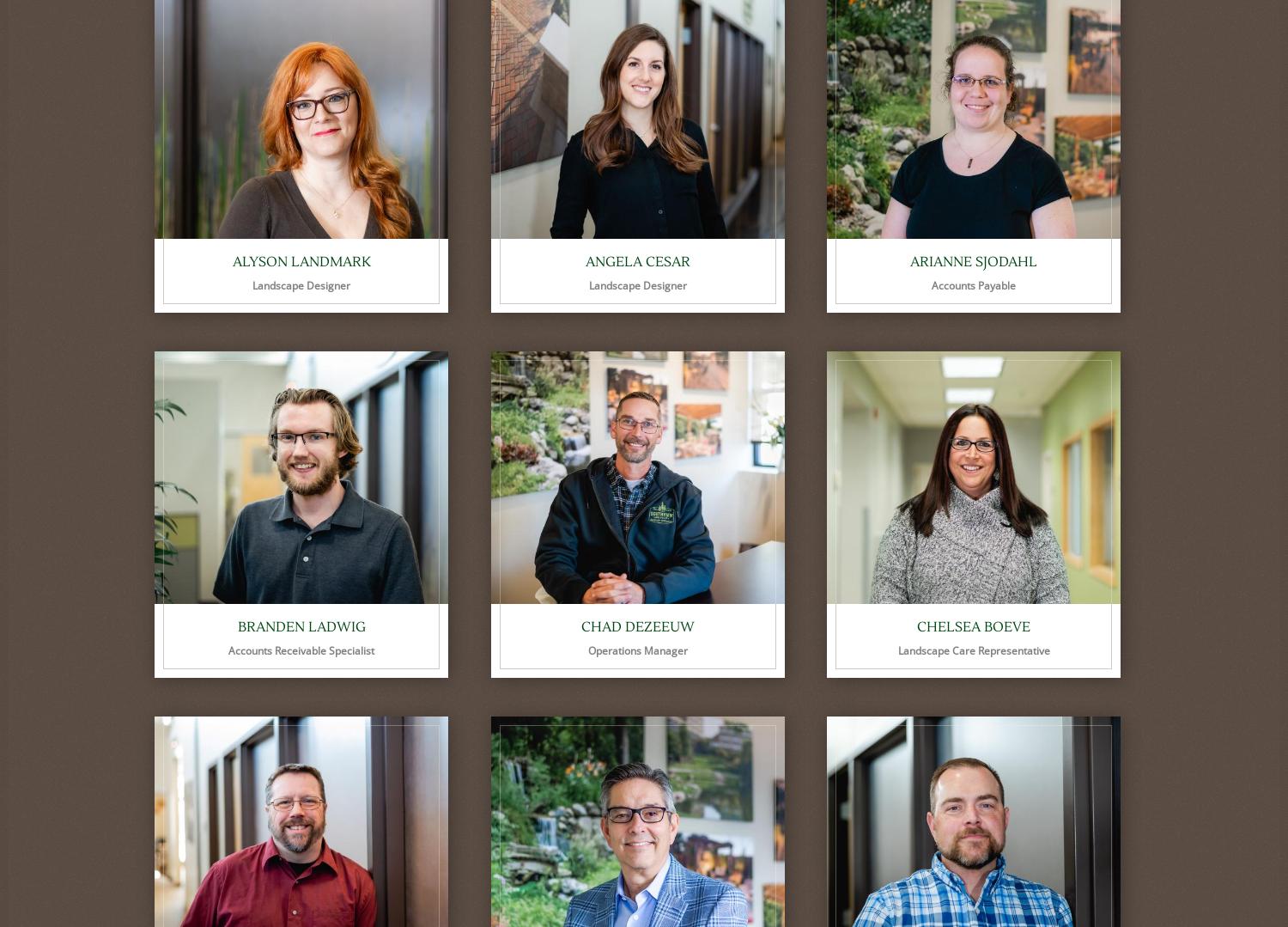 The width and height of the screenshot is (1288, 927). I want to click on 'Angela Cesar', so click(636, 261).